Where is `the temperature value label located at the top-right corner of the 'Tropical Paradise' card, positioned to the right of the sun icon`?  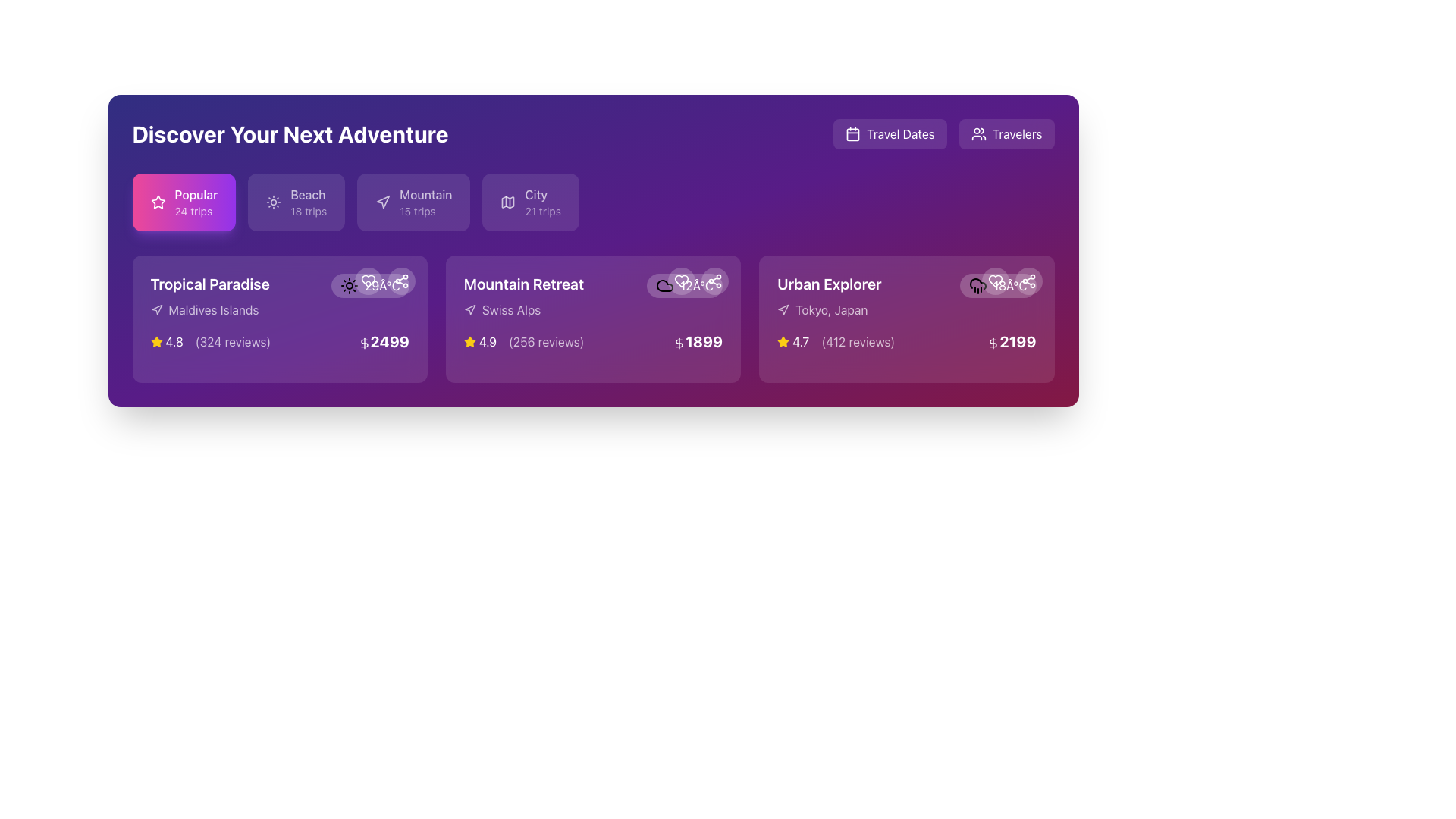
the temperature value label located at the top-right corner of the 'Tropical Paradise' card, positioned to the right of the sun icon is located at coordinates (382, 286).